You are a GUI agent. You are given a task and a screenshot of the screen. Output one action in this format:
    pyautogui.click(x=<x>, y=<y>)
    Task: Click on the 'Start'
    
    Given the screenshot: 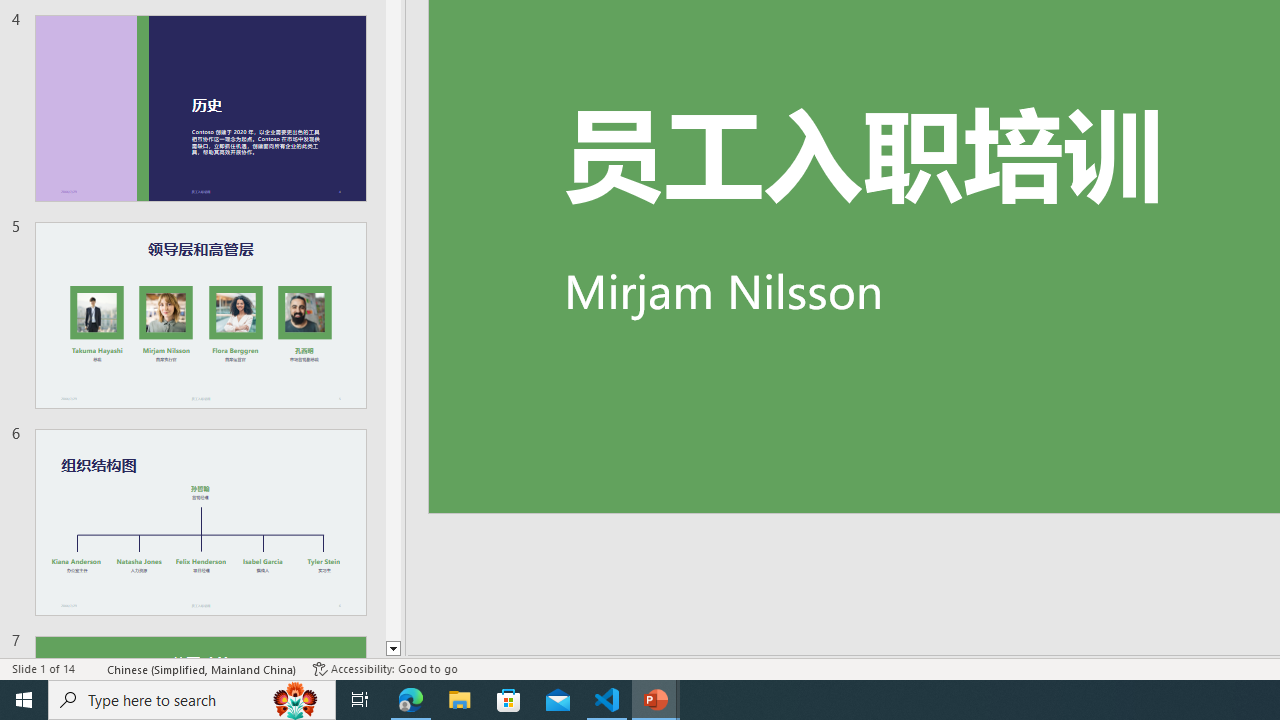 What is the action you would take?
    pyautogui.click(x=24, y=698)
    